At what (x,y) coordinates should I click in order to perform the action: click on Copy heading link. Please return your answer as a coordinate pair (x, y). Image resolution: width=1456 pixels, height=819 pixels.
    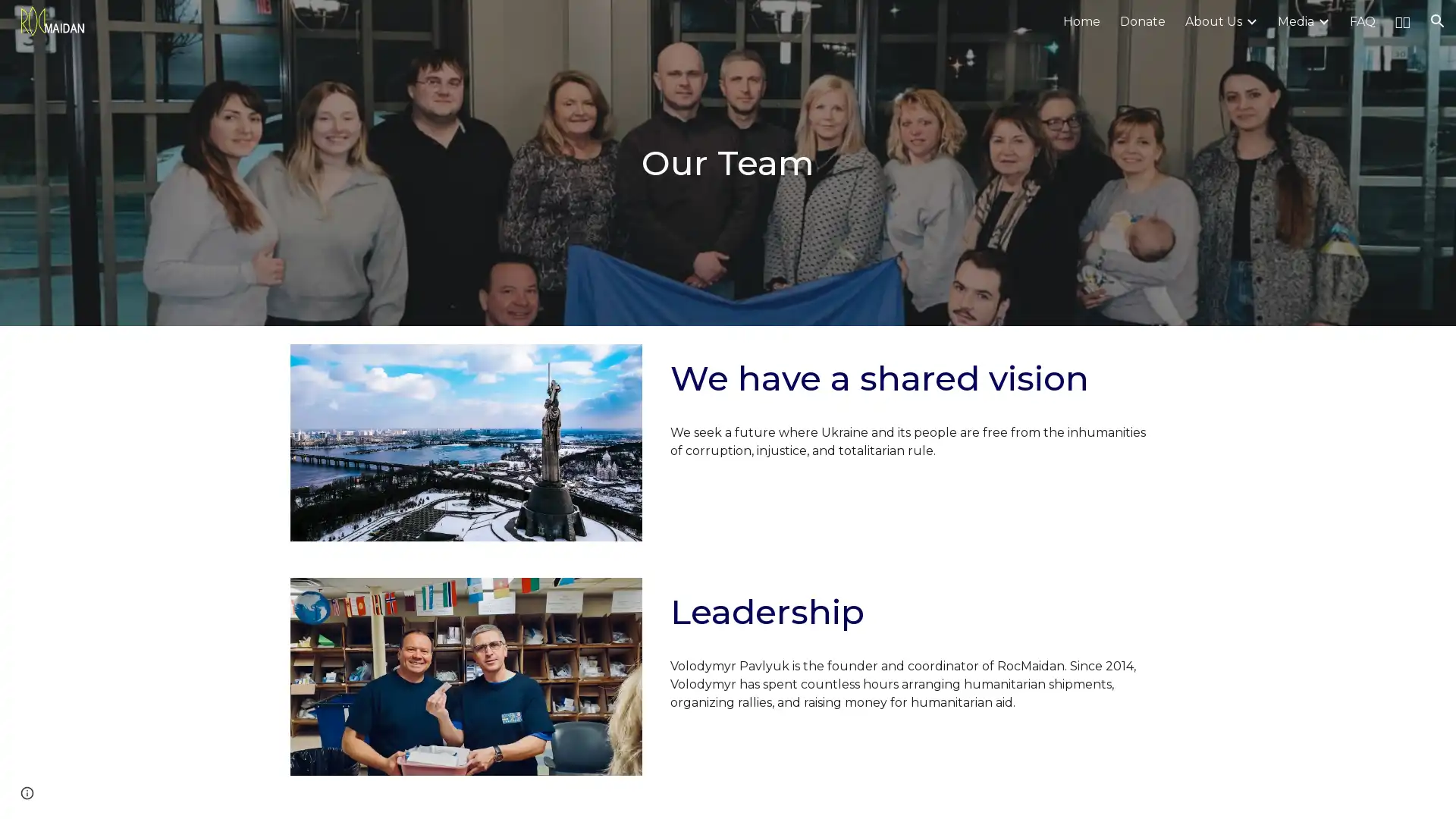
    Looking at the image, I should click on (881, 610).